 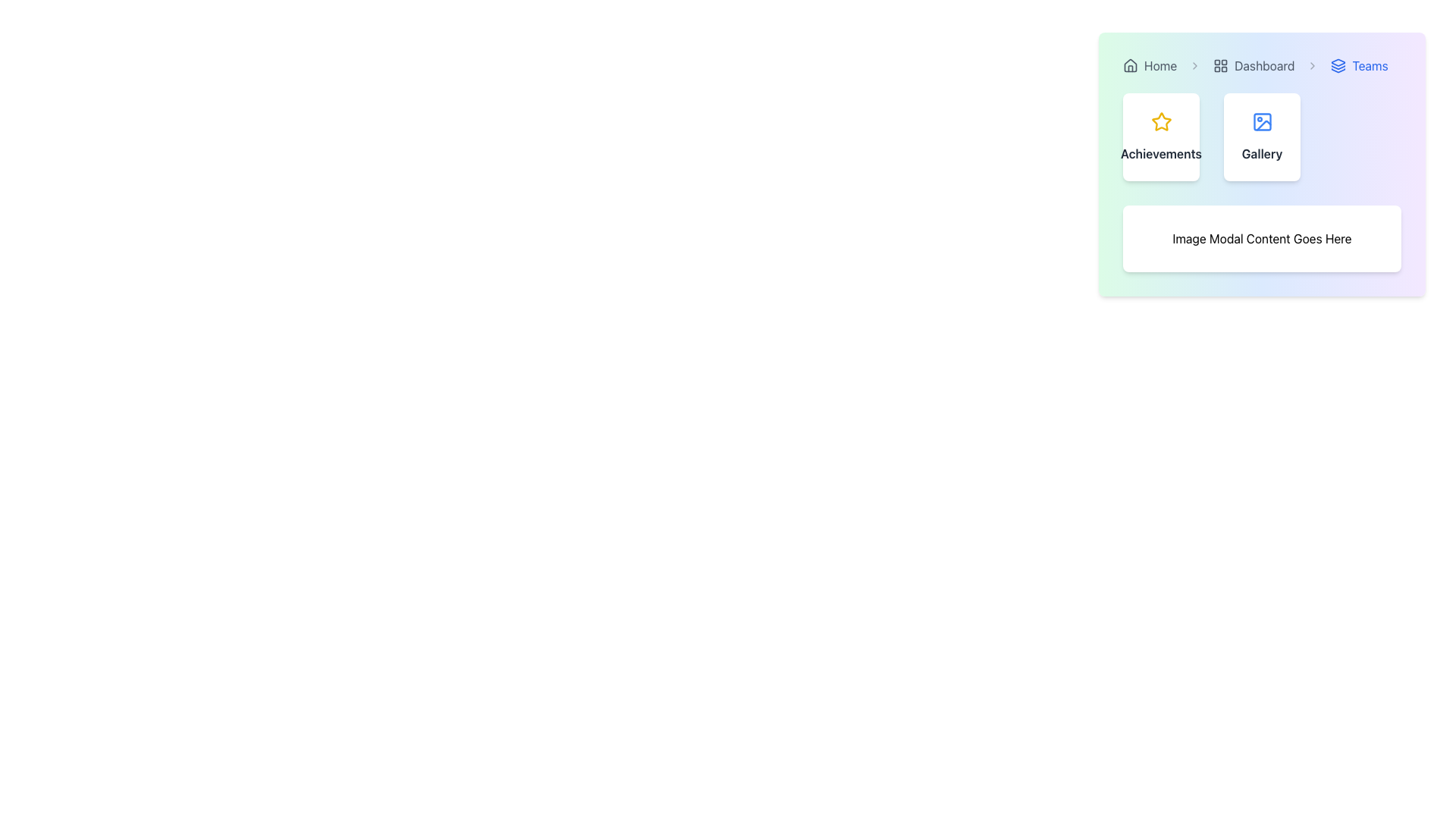 What do you see at coordinates (1254, 65) in the screenshot?
I see `the 'Dashboard' navigational link in the breadcrumb trail, which is the second item positioned between 'Home' and 'Teams'` at bounding box center [1254, 65].